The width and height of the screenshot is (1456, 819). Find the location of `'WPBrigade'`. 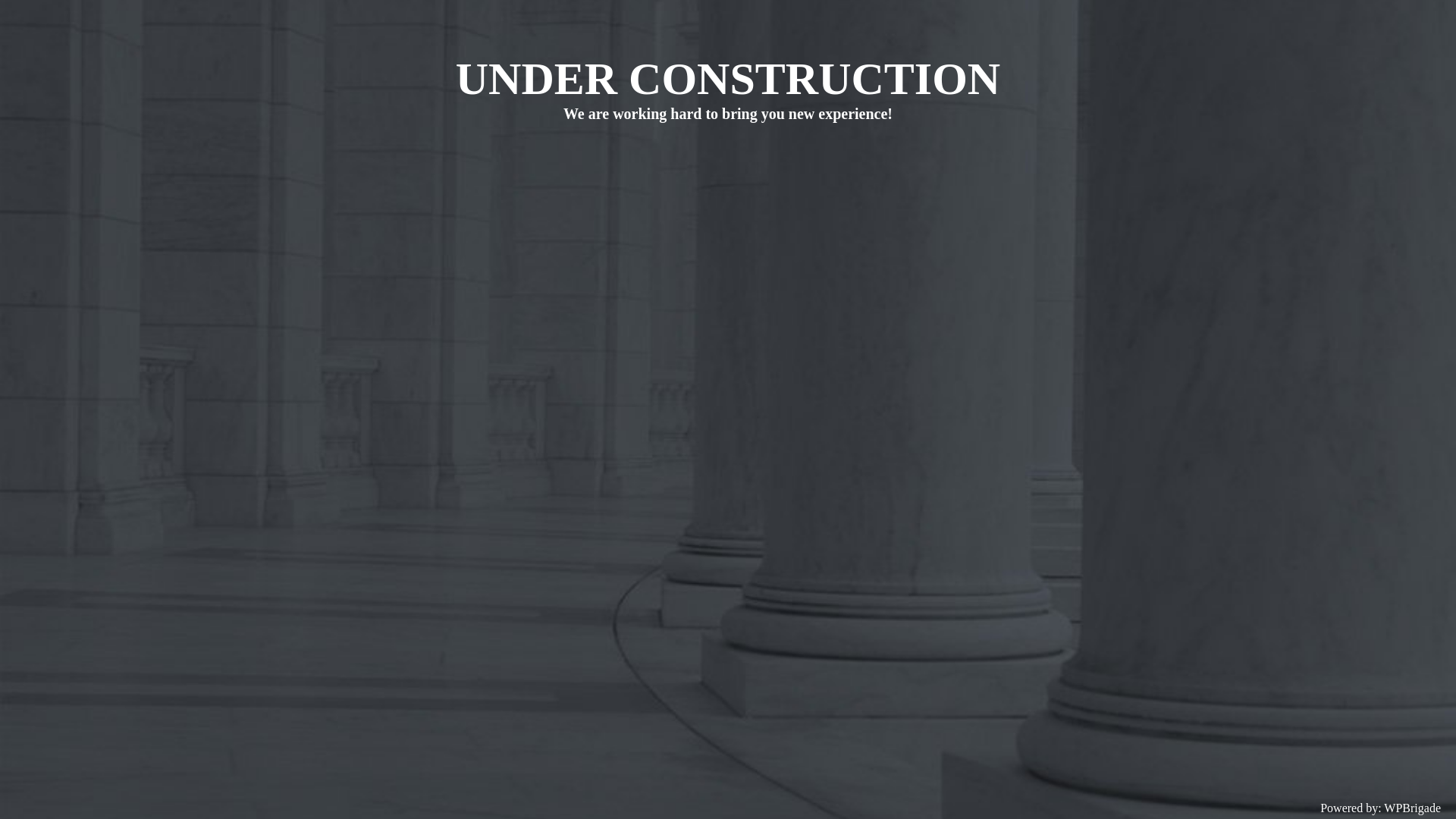

'WPBrigade' is located at coordinates (1411, 807).